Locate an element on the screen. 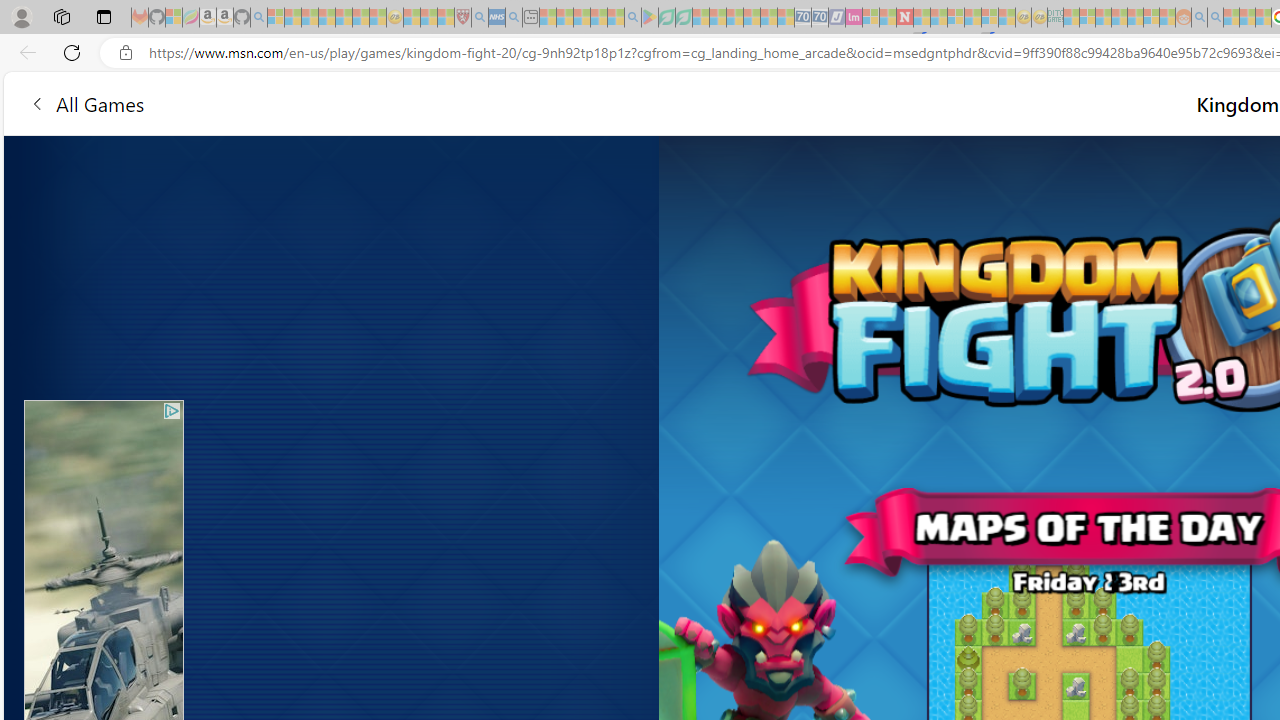 The image size is (1280, 720). 'The Weather Channel - MSN - Sleeping' is located at coordinates (308, 17).